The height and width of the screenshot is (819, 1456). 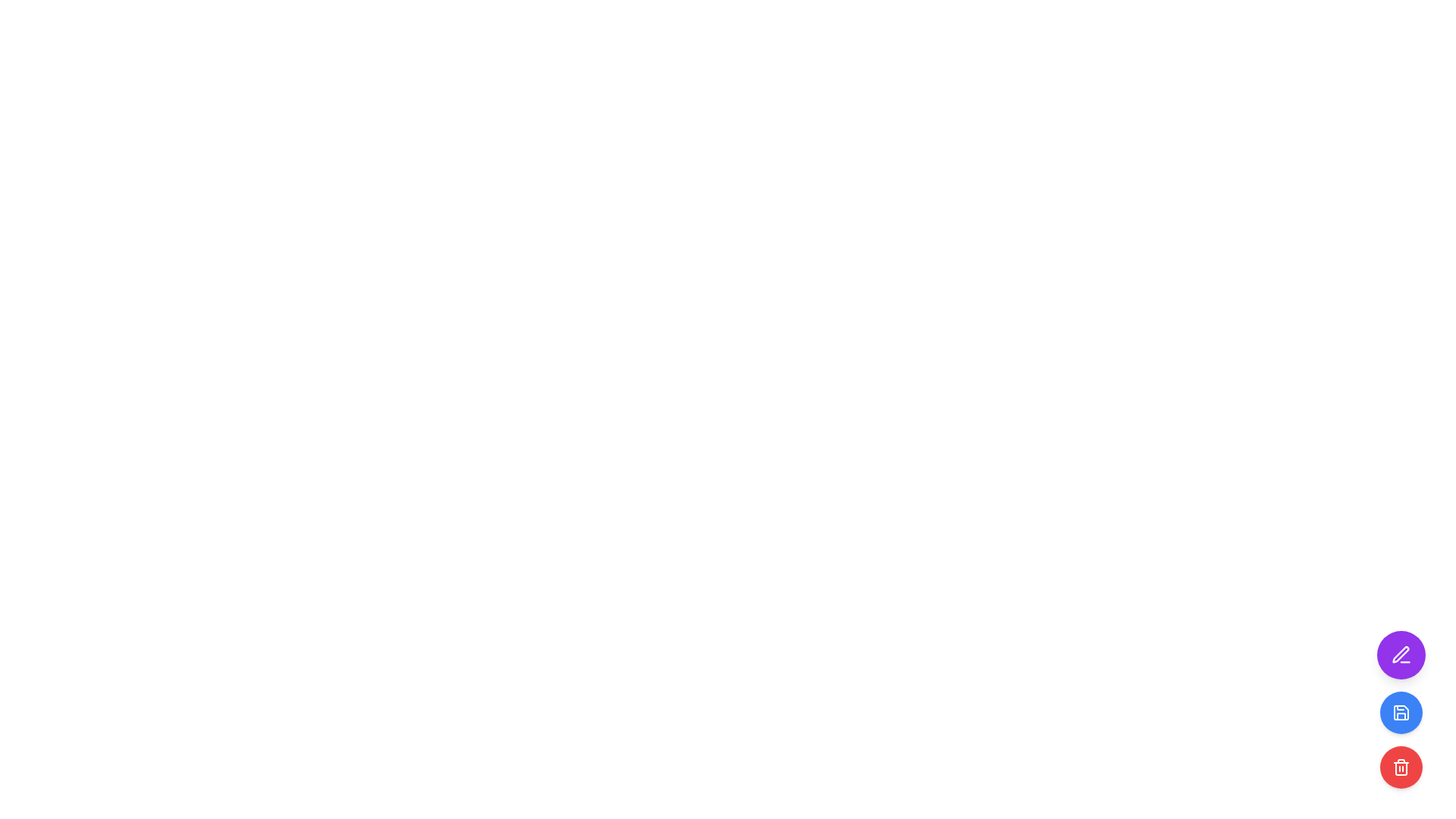 I want to click on the blue save button located in the vertical stack of buttons, positioned towards the right side of the interface, so click(x=1401, y=739).